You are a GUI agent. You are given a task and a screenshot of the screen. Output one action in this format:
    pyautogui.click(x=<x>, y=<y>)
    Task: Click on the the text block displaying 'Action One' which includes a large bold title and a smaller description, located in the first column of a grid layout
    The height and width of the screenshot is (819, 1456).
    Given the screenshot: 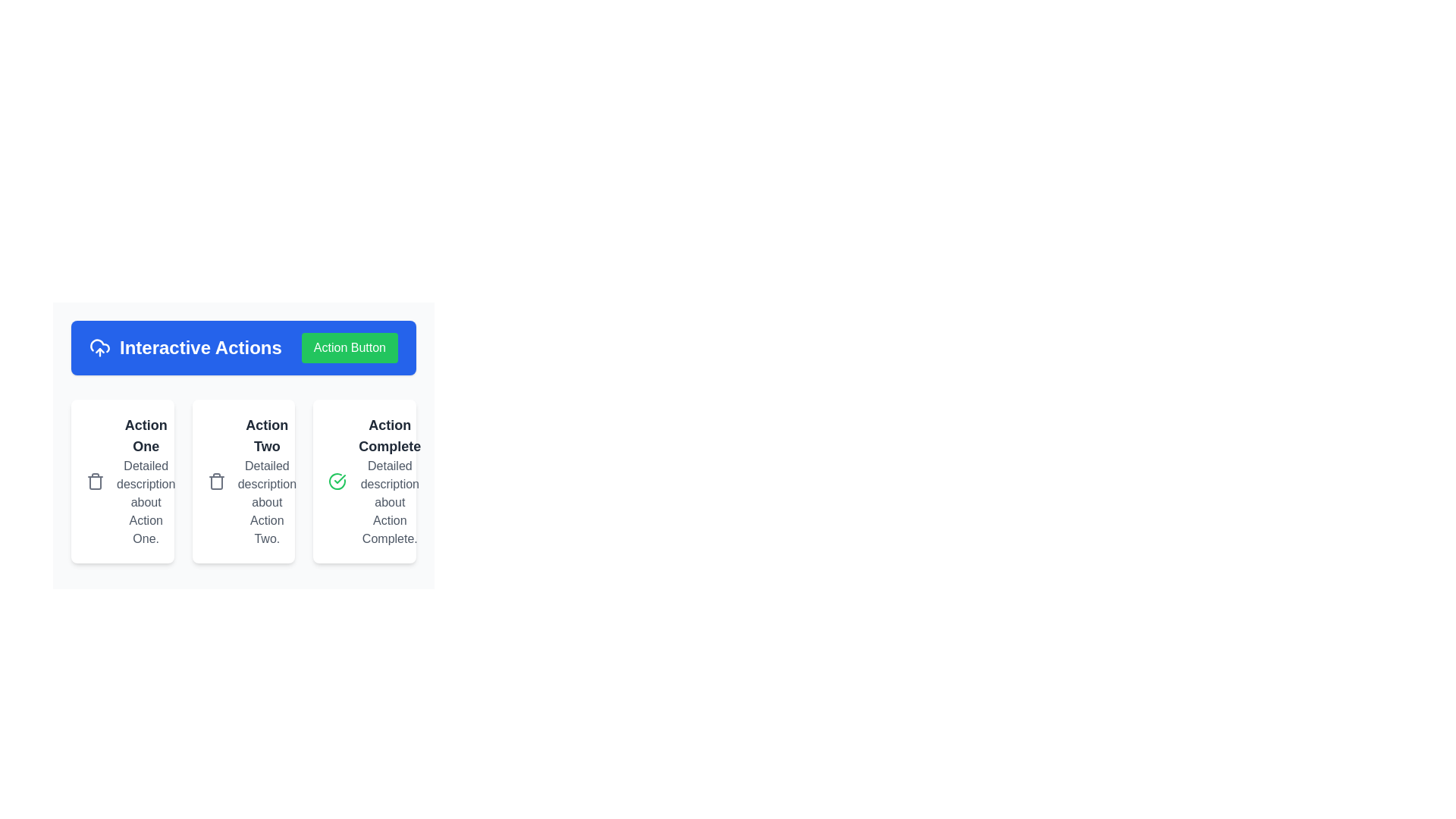 What is the action you would take?
    pyautogui.click(x=146, y=482)
    